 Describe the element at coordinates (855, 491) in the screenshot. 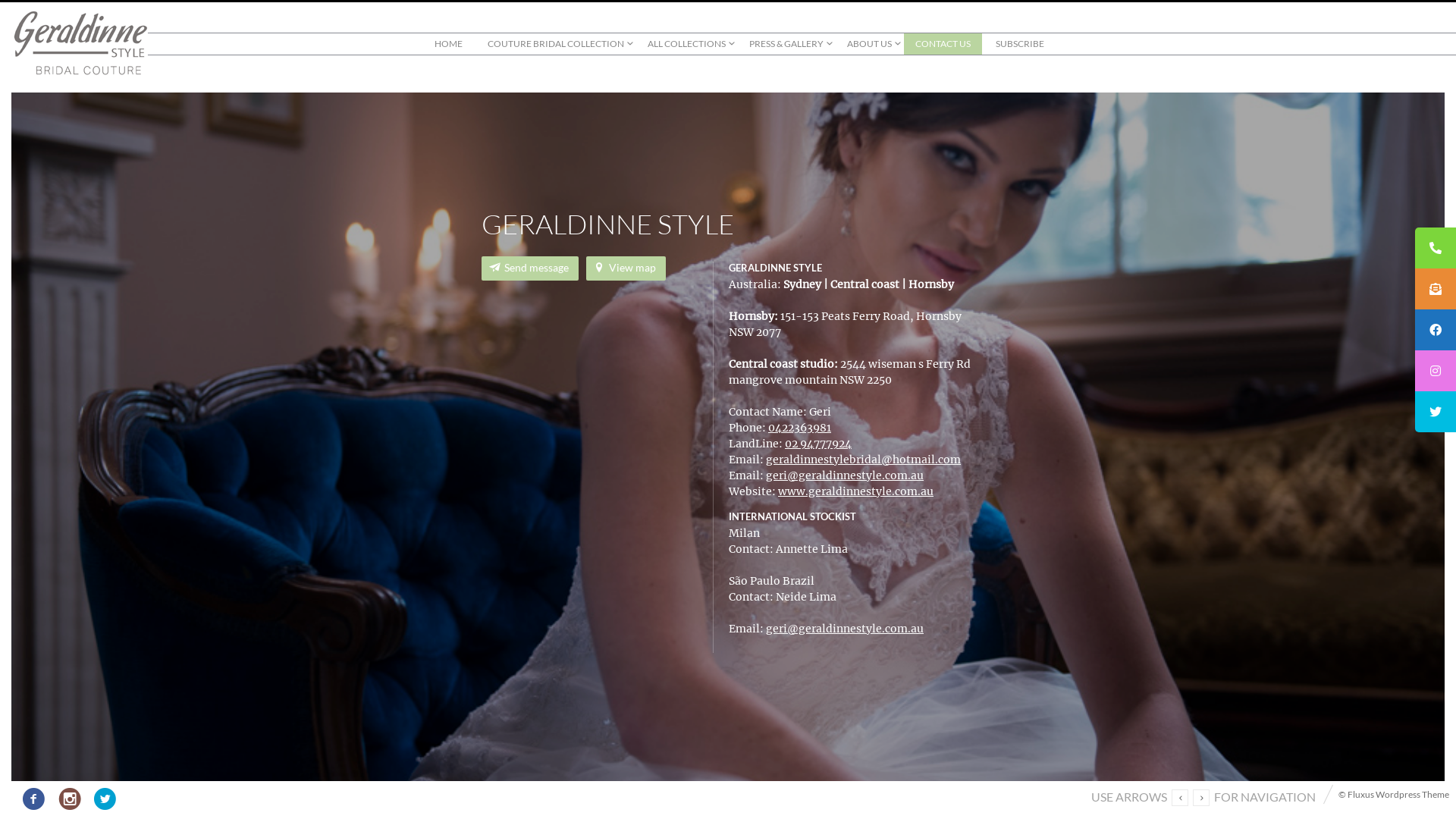

I see `'www.geraldinnestyle.com.au'` at that location.